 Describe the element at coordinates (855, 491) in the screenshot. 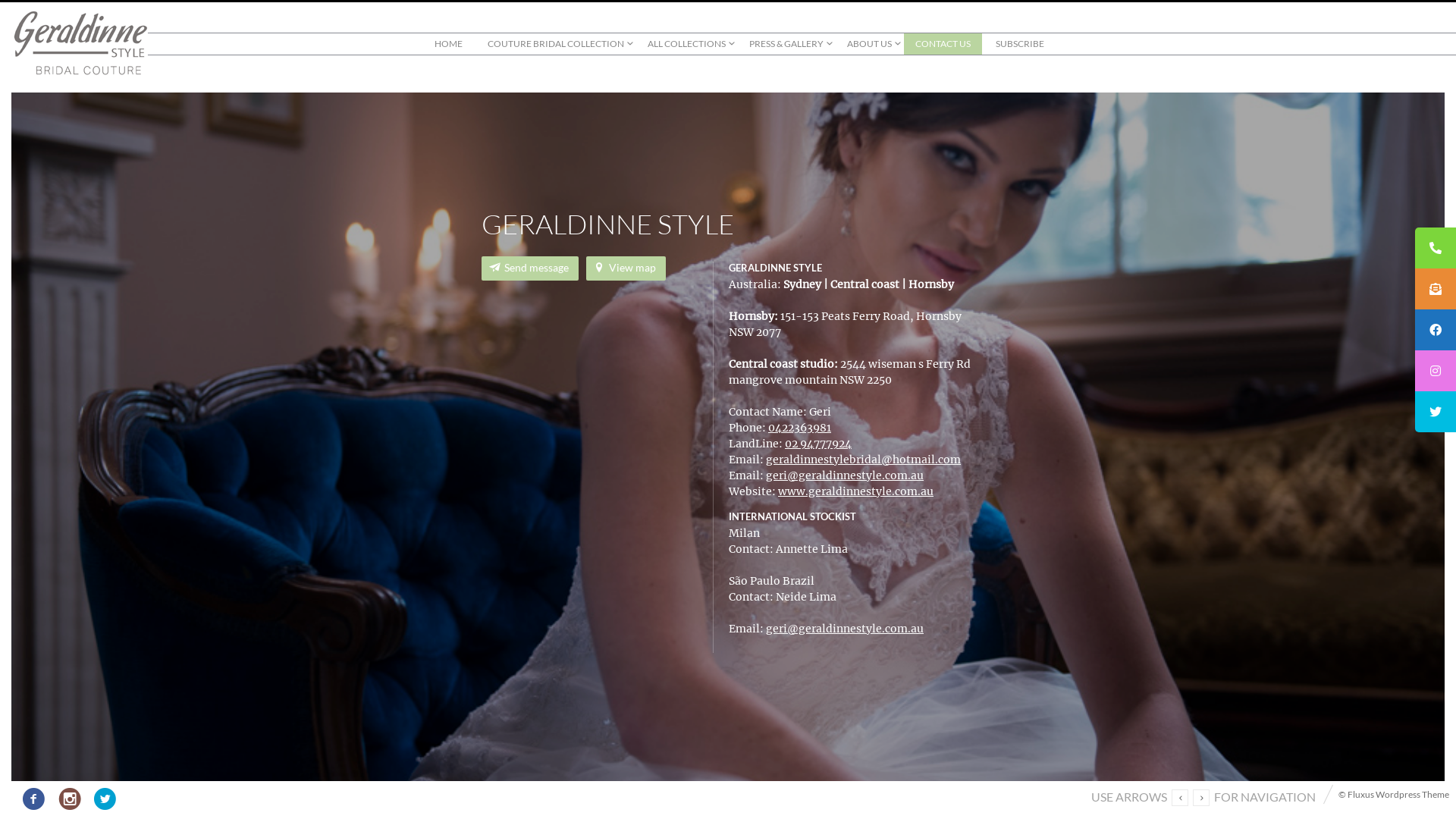

I see `'www.geraldinnestyle.com.au'` at that location.